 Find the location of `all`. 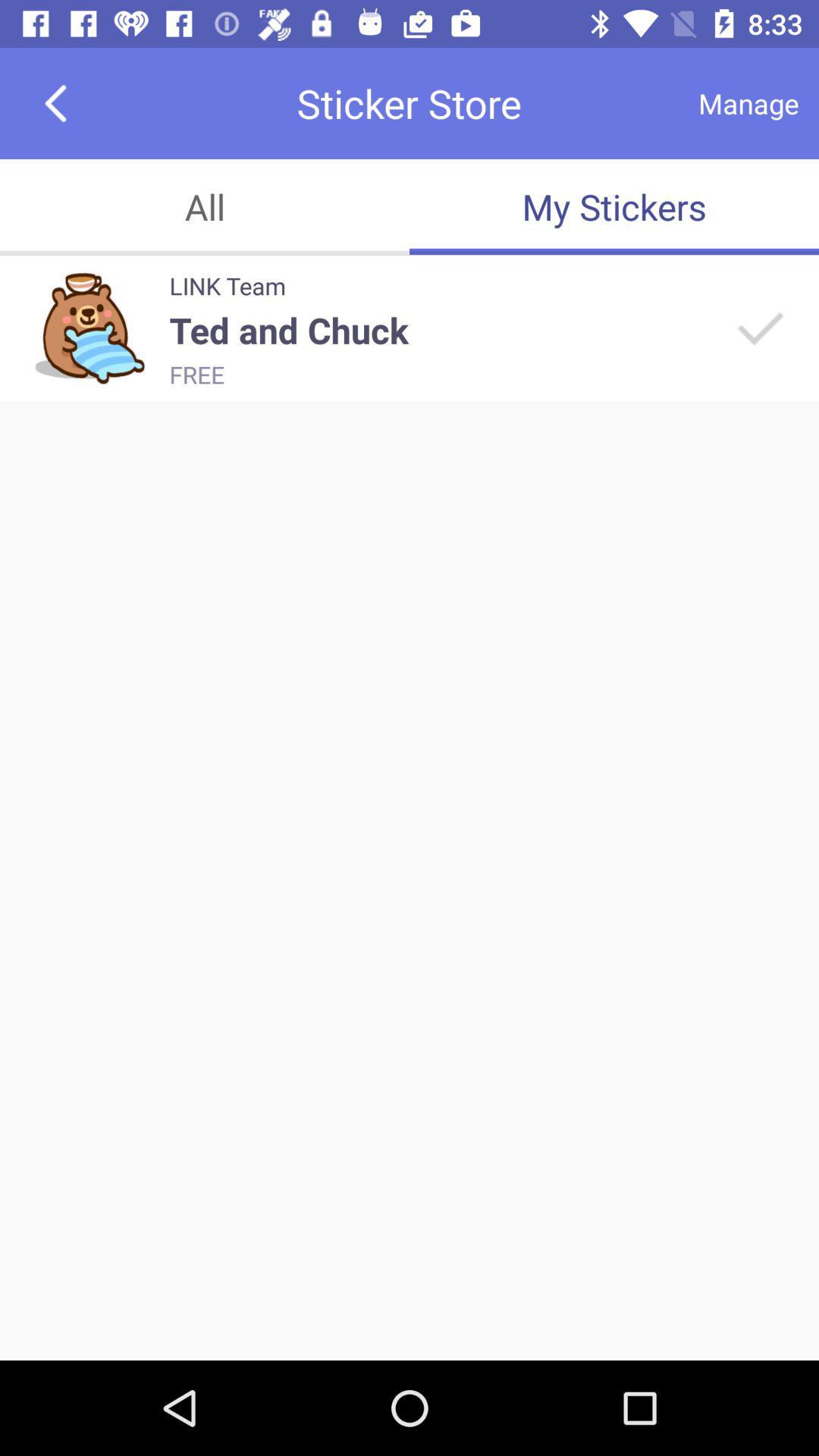

all is located at coordinates (205, 206).